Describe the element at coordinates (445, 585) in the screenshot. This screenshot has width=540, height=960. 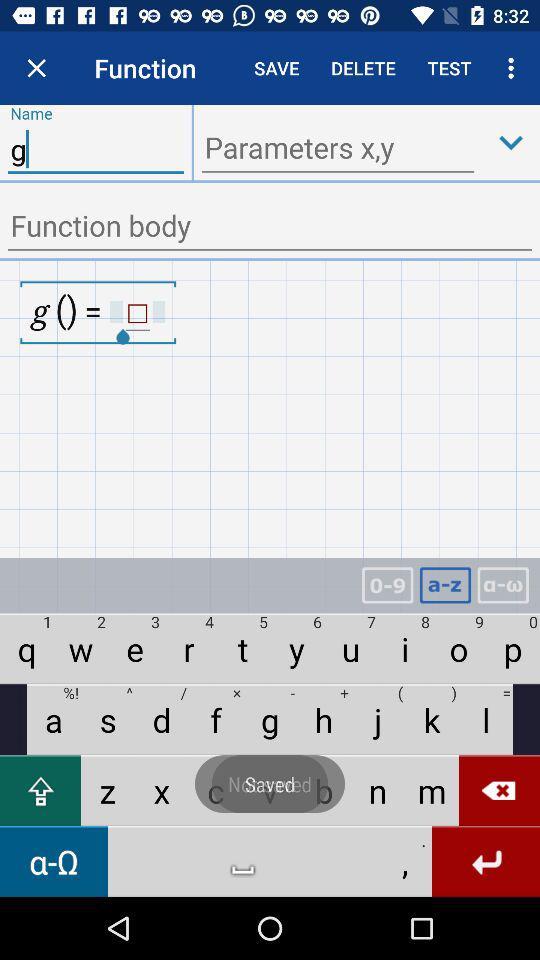
I see `letter option` at that location.